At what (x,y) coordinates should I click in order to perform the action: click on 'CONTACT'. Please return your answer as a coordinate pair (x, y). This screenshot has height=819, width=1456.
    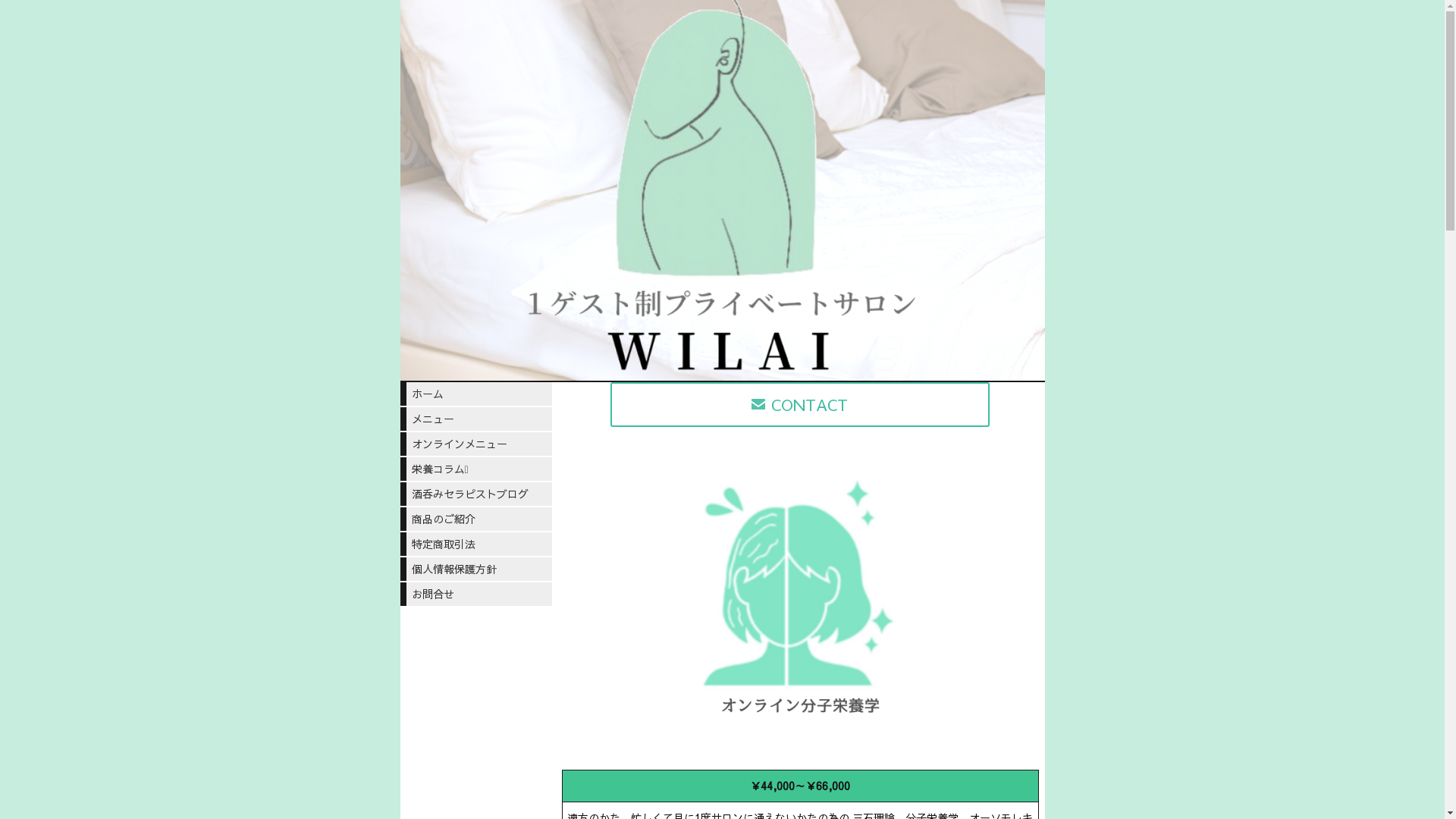
    Looking at the image, I should click on (799, 403).